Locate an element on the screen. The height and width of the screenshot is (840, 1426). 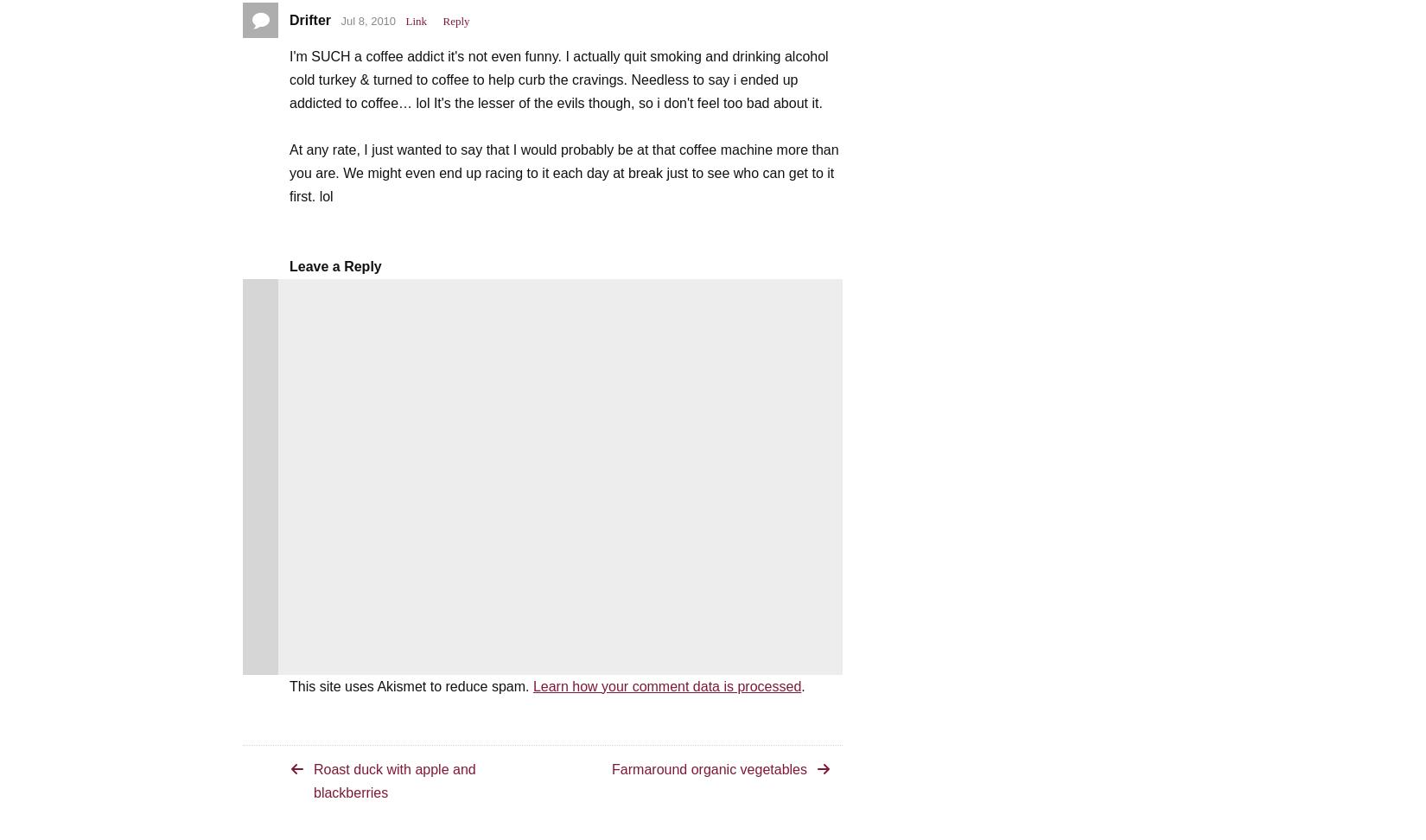
'Jul 8, 2010' is located at coordinates (367, 20).